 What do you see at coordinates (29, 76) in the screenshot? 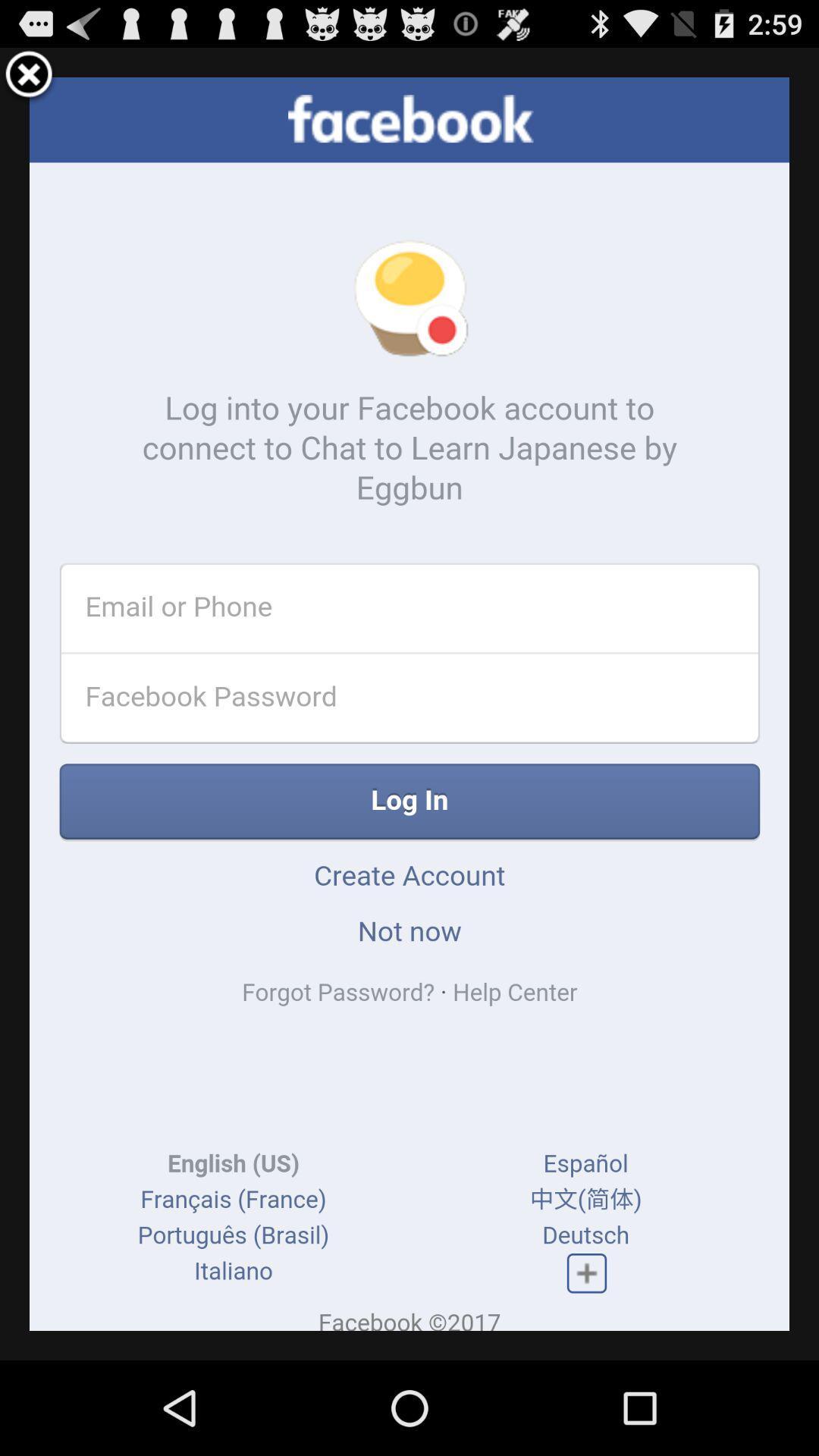
I see `advertisement` at bounding box center [29, 76].